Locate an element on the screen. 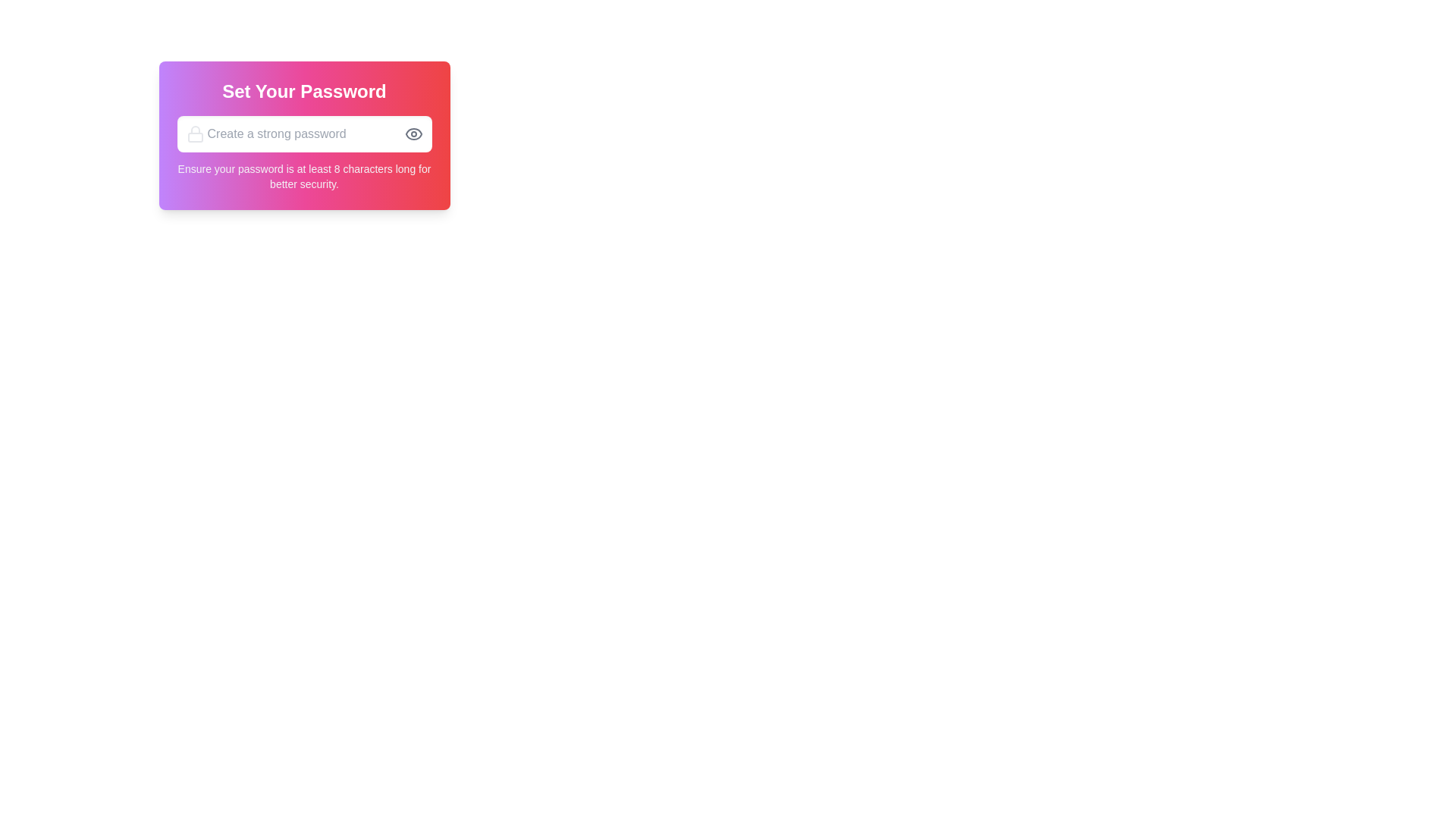  the button positioned at the right edge of the password input field is located at coordinates (418, 133).